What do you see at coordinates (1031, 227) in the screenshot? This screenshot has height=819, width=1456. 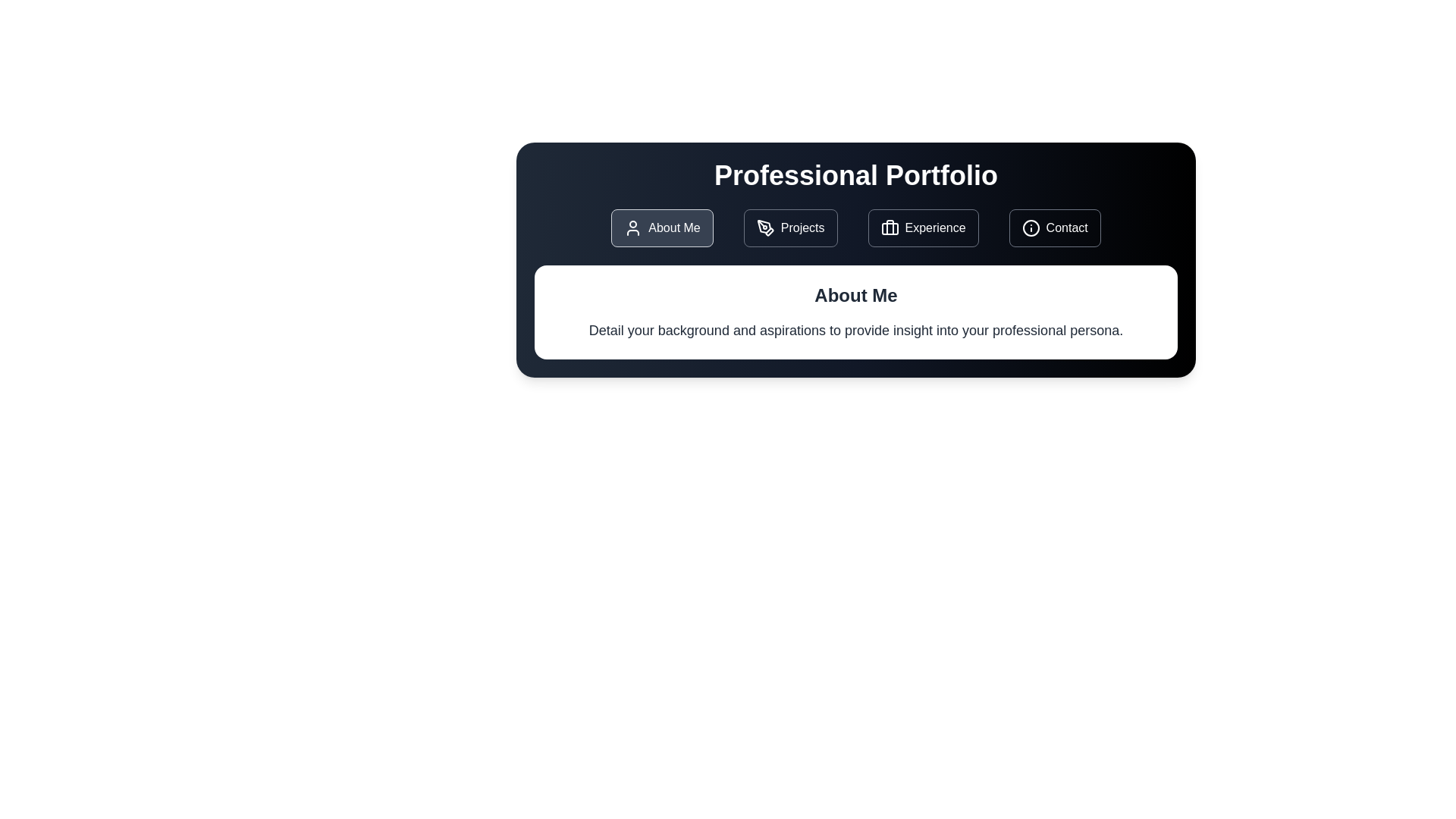 I see `the circular outline within the 'Contact' button located at the top-right section of the interface` at bounding box center [1031, 227].